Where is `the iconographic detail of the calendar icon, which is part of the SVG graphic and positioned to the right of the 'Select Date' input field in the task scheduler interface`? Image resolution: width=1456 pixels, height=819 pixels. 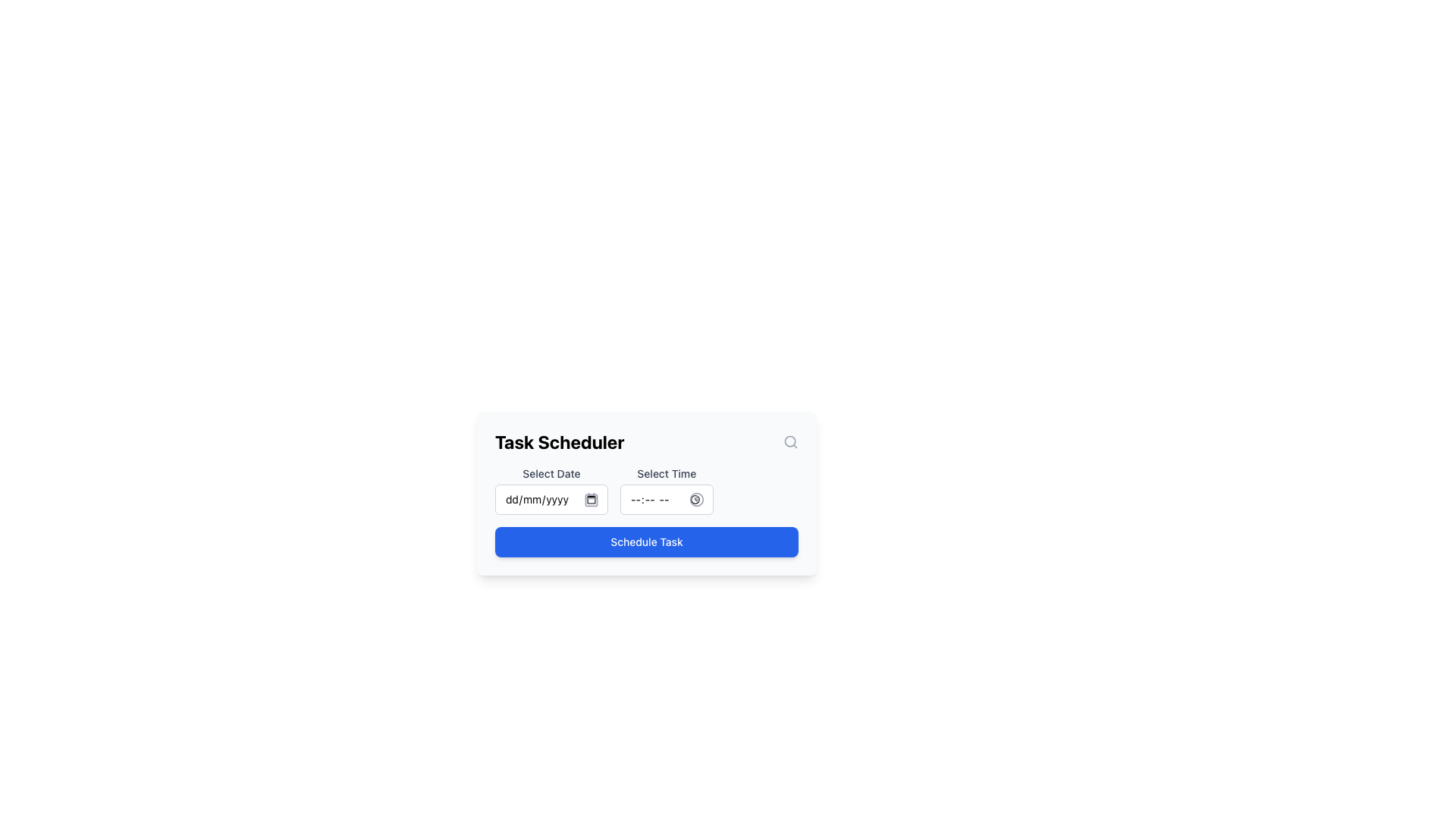 the iconographic detail of the calendar icon, which is part of the SVG graphic and positioned to the right of the 'Select Date' input field in the task scheduler interface is located at coordinates (590, 500).